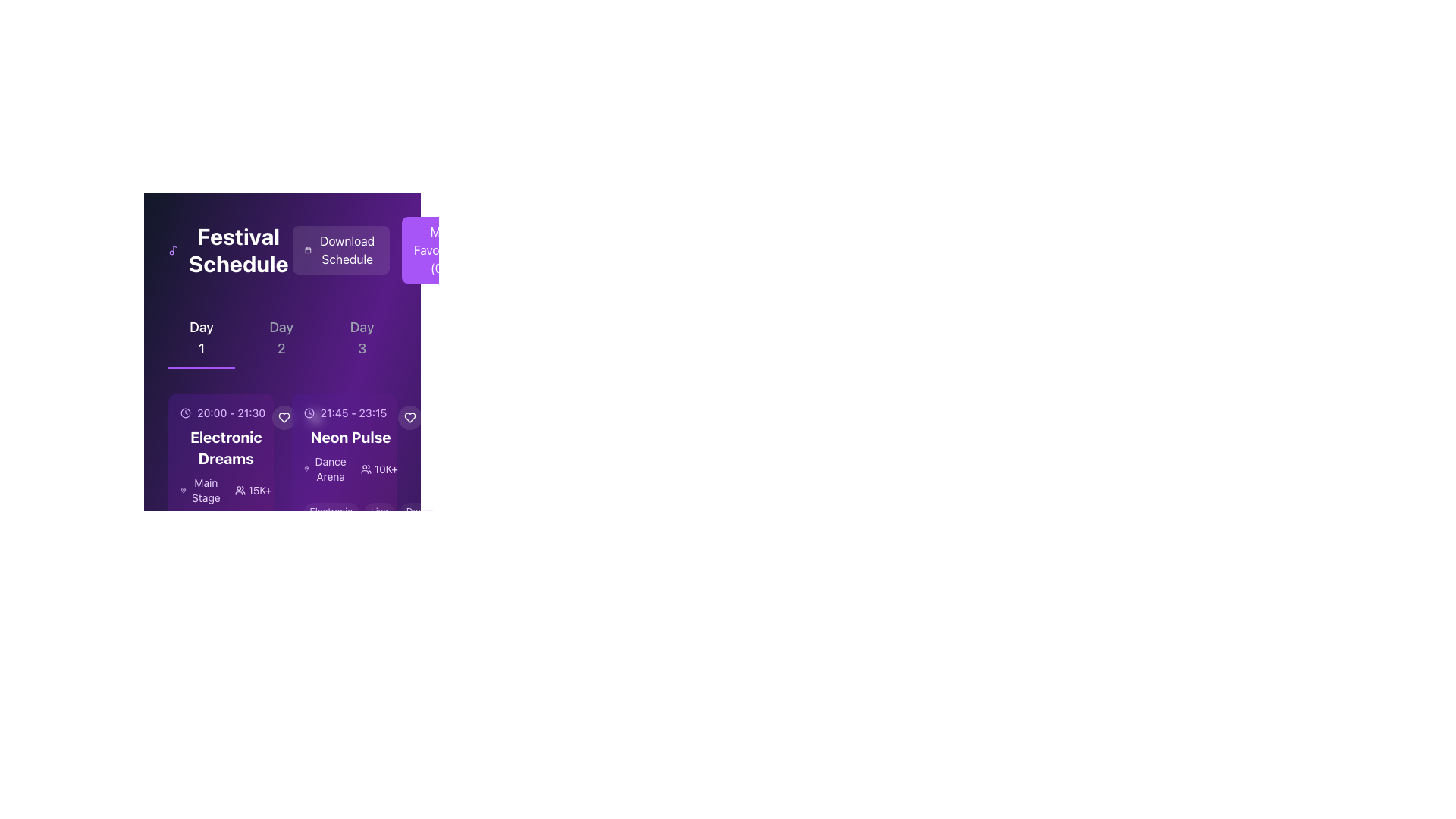 Image resolution: width=1456 pixels, height=819 pixels. I want to click on the 'Day 2' tab, so click(282, 337).